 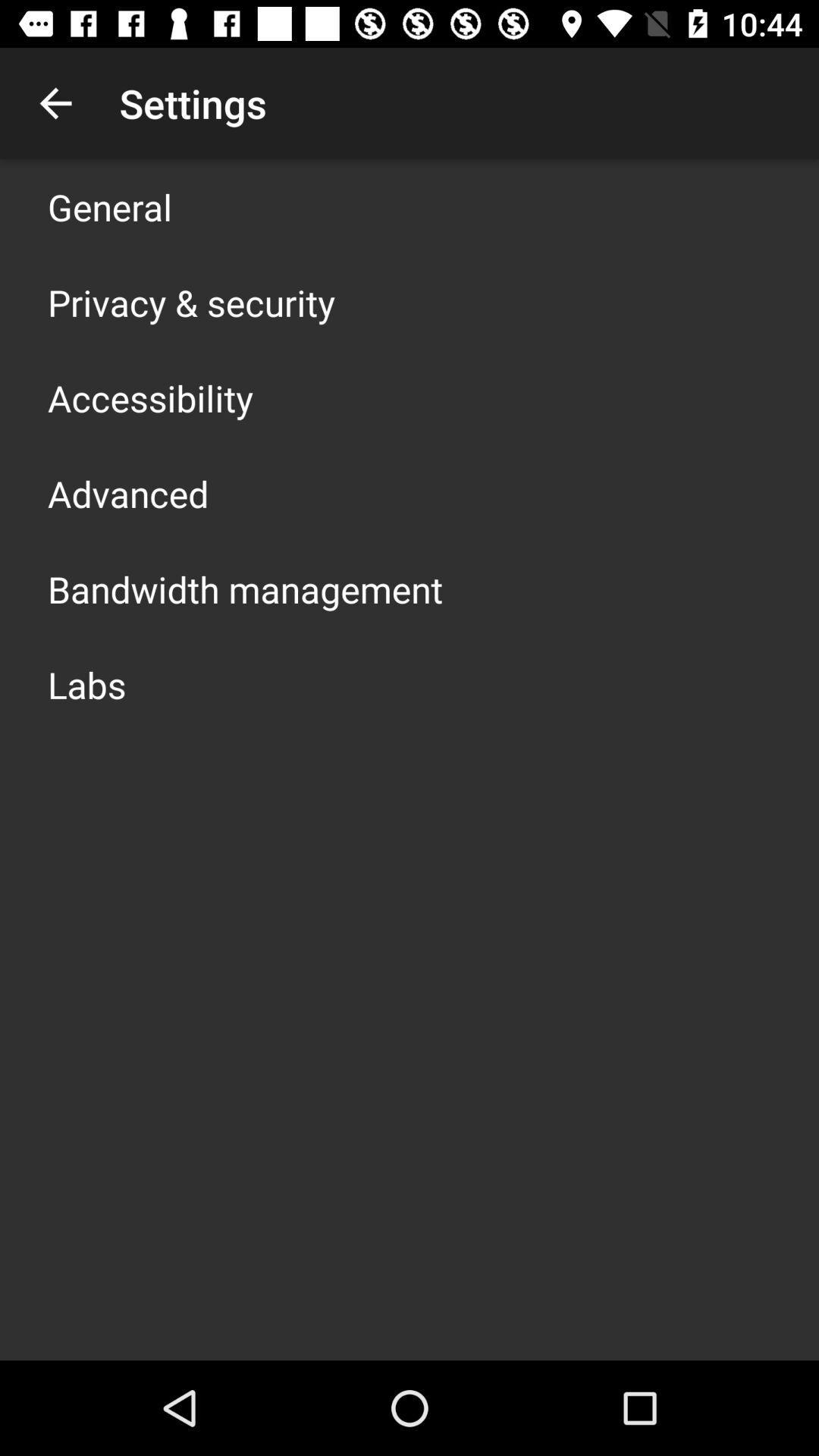 What do you see at coordinates (244, 588) in the screenshot?
I see `the bandwidth management icon` at bounding box center [244, 588].